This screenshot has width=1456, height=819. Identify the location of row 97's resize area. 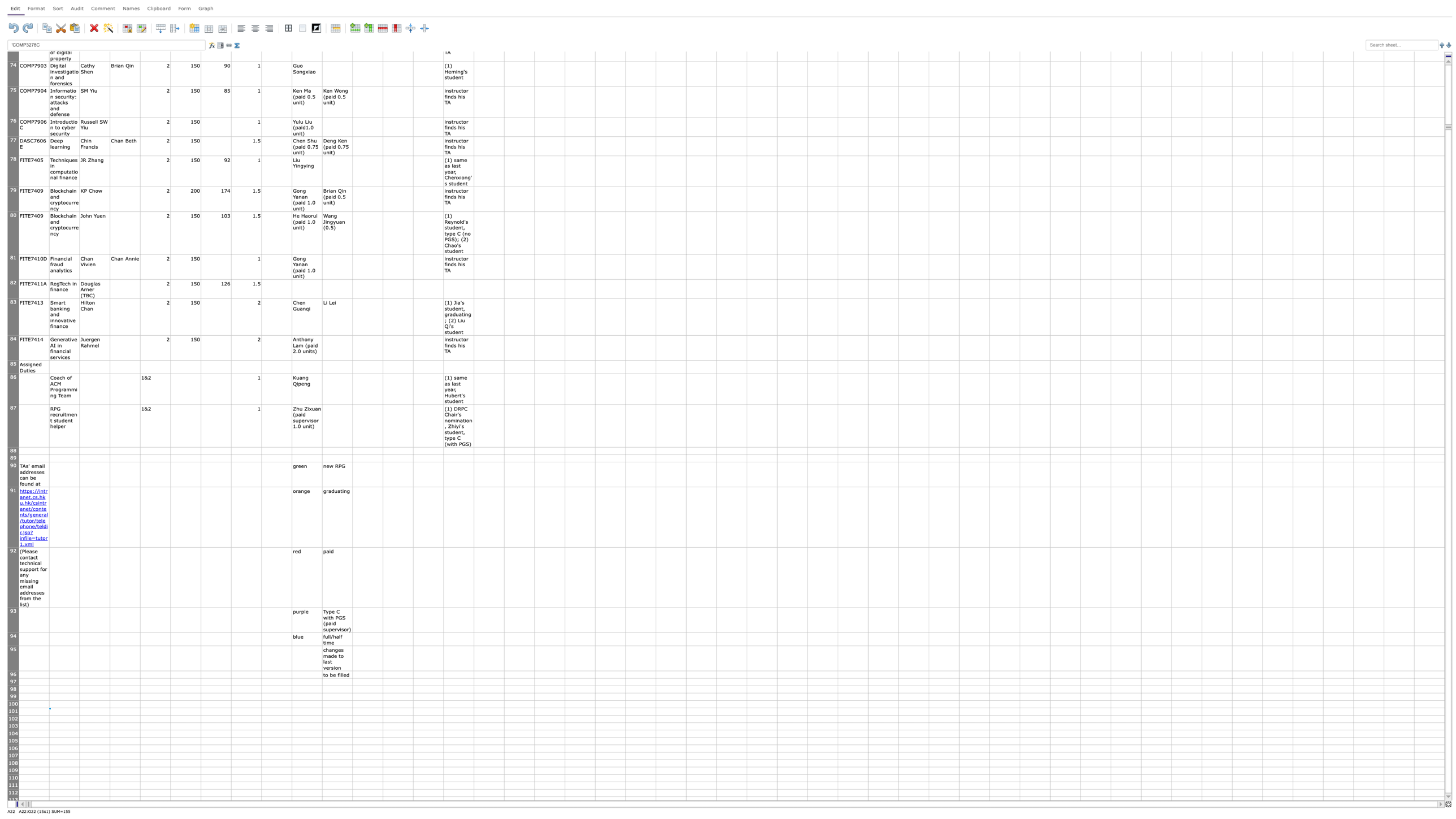
(13, 685).